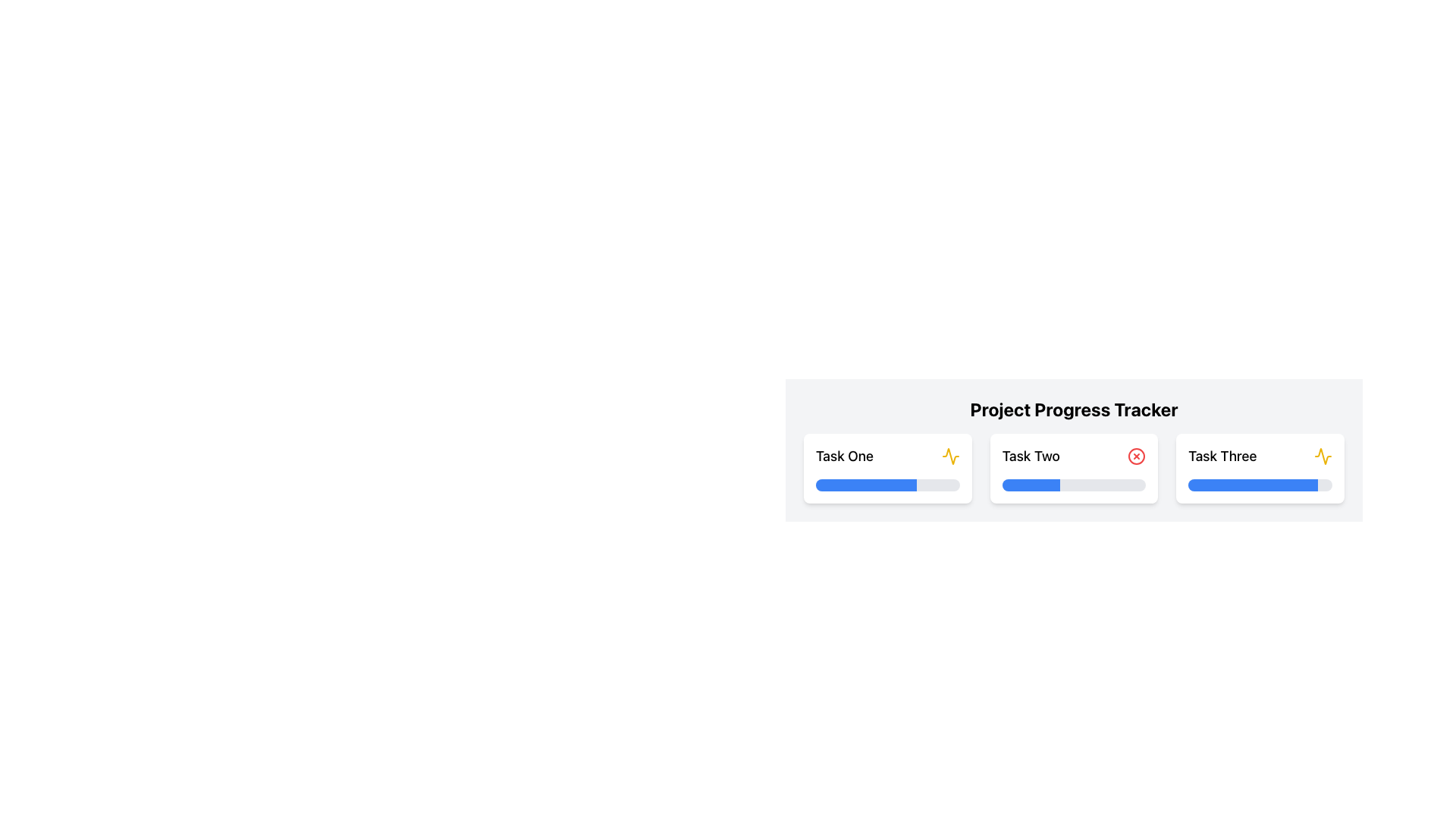 Image resolution: width=1456 pixels, height=819 pixels. Describe the element at coordinates (887, 485) in the screenshot. I see `the progress bar with a light gray background and blue fill, located within the 'Task One' card, below the title text` at that location.